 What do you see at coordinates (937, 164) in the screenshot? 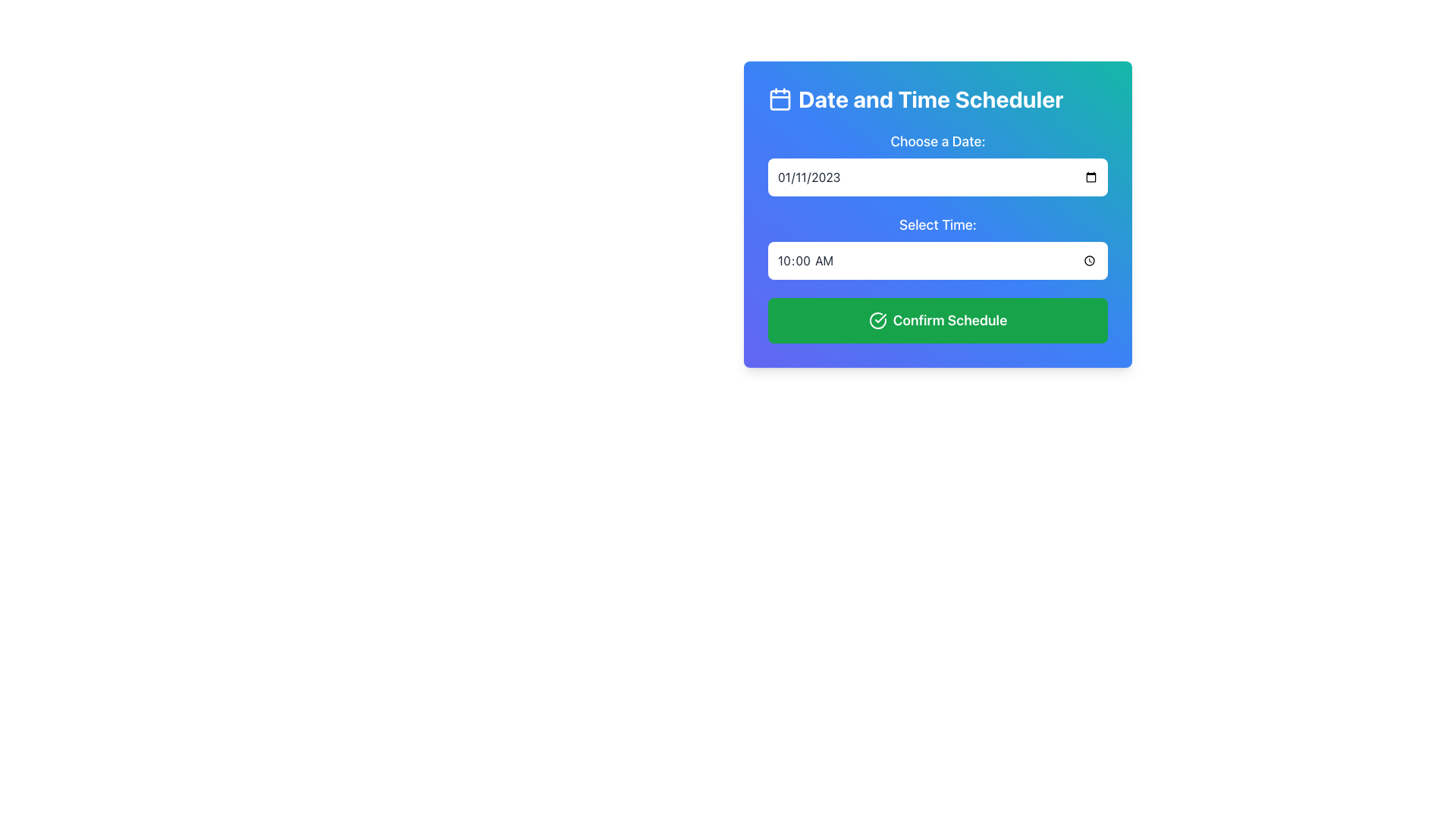
I see `the label displaying 'Choose a Date:' which is located above the date input box in the 'Date and Time Scheduler' panel` at bounding box center [937, 164].